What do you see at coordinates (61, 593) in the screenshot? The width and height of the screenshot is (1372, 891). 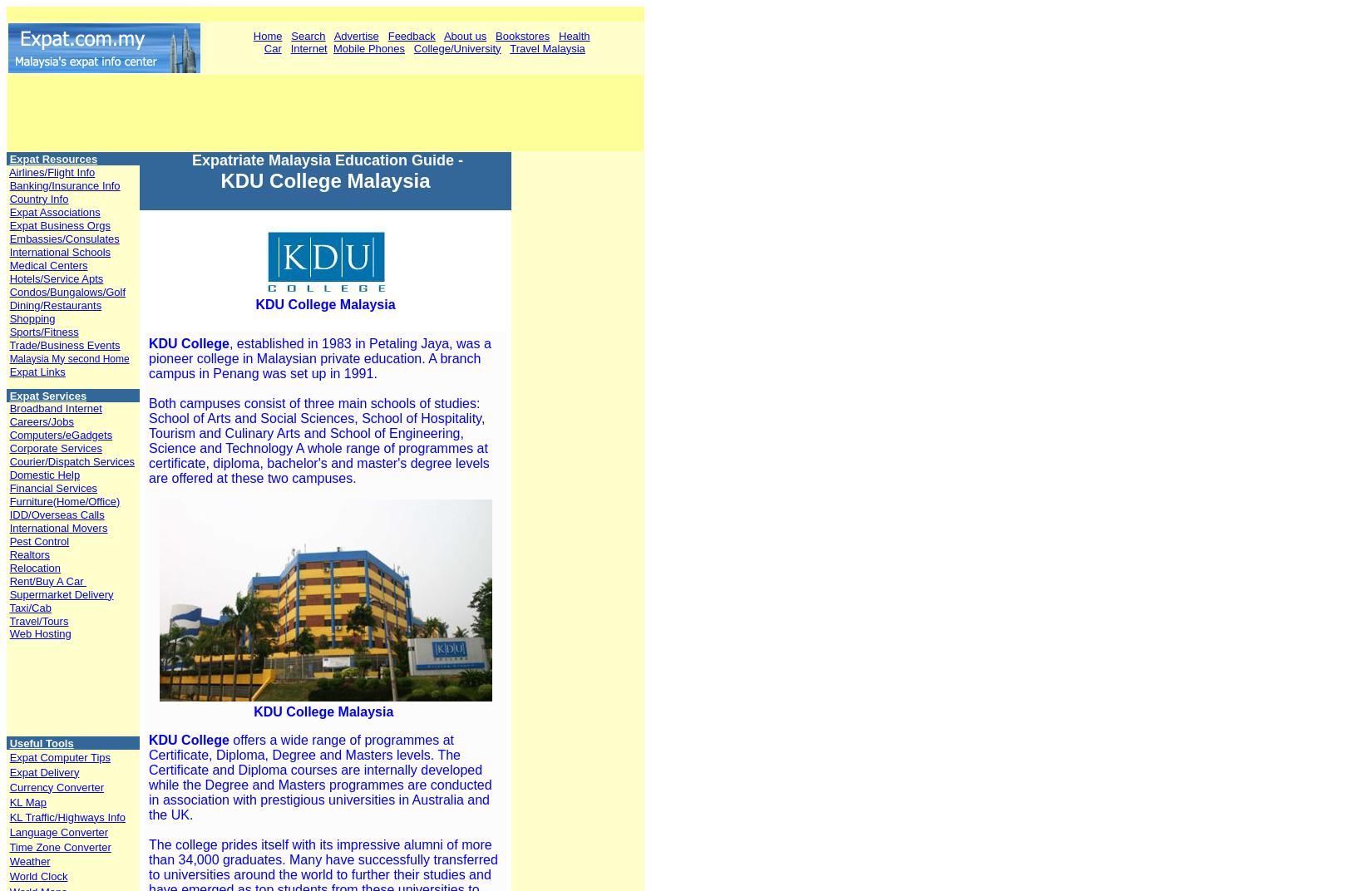 I see `'Supermarket 
	Delivery'` at bounding box center [61, 593].